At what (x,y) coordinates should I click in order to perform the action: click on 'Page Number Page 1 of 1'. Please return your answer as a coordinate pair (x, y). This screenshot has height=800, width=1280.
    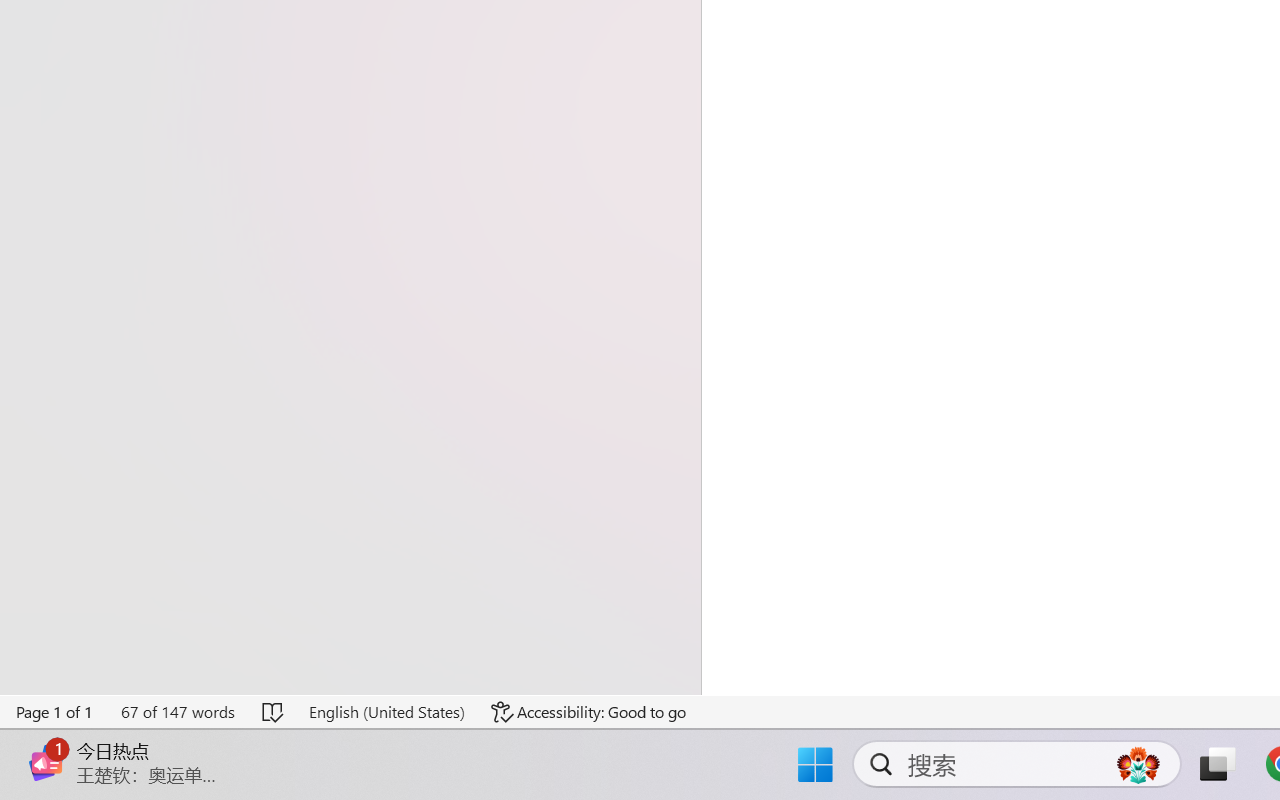
    Looking at the image, I should click on (55, 711).